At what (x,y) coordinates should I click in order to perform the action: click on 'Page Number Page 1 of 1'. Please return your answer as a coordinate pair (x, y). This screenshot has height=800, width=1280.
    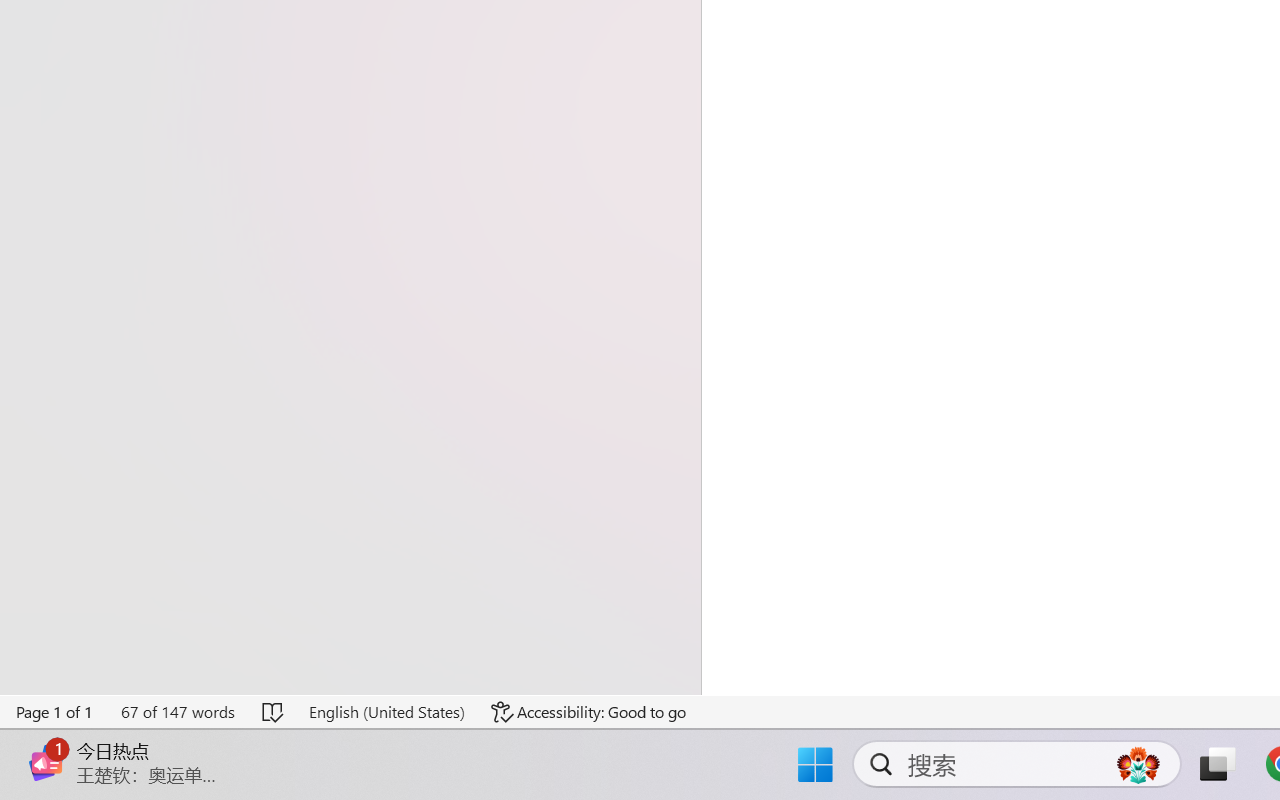
    Looking at the image, I should click on (55, 711).